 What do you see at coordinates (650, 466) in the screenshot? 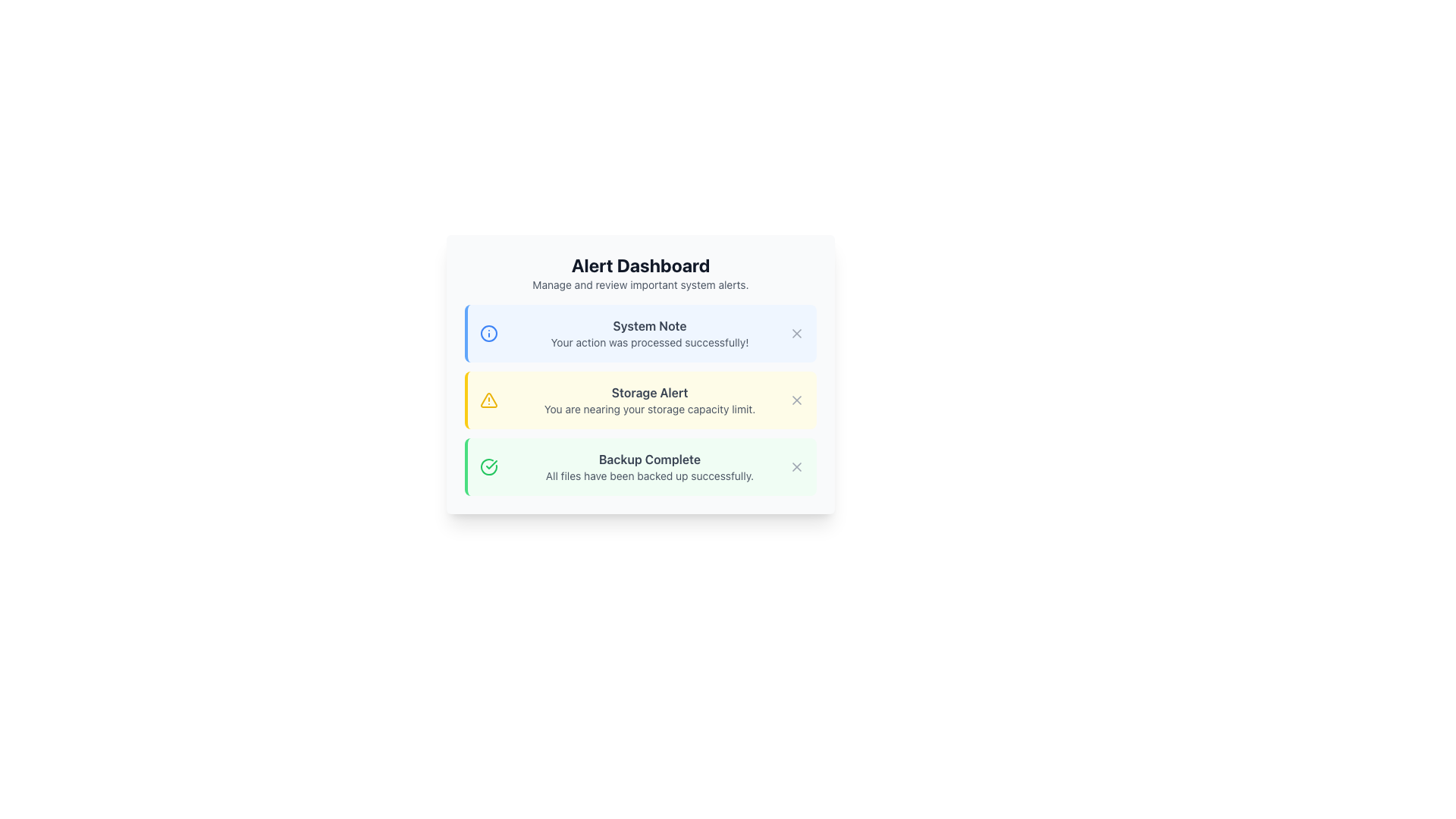
I see `the text block indicating 'Backup Complete' with a light green background on the Alert Dashboard, which is positioned at the bottom-most notification` at bounding box center [650, 466].